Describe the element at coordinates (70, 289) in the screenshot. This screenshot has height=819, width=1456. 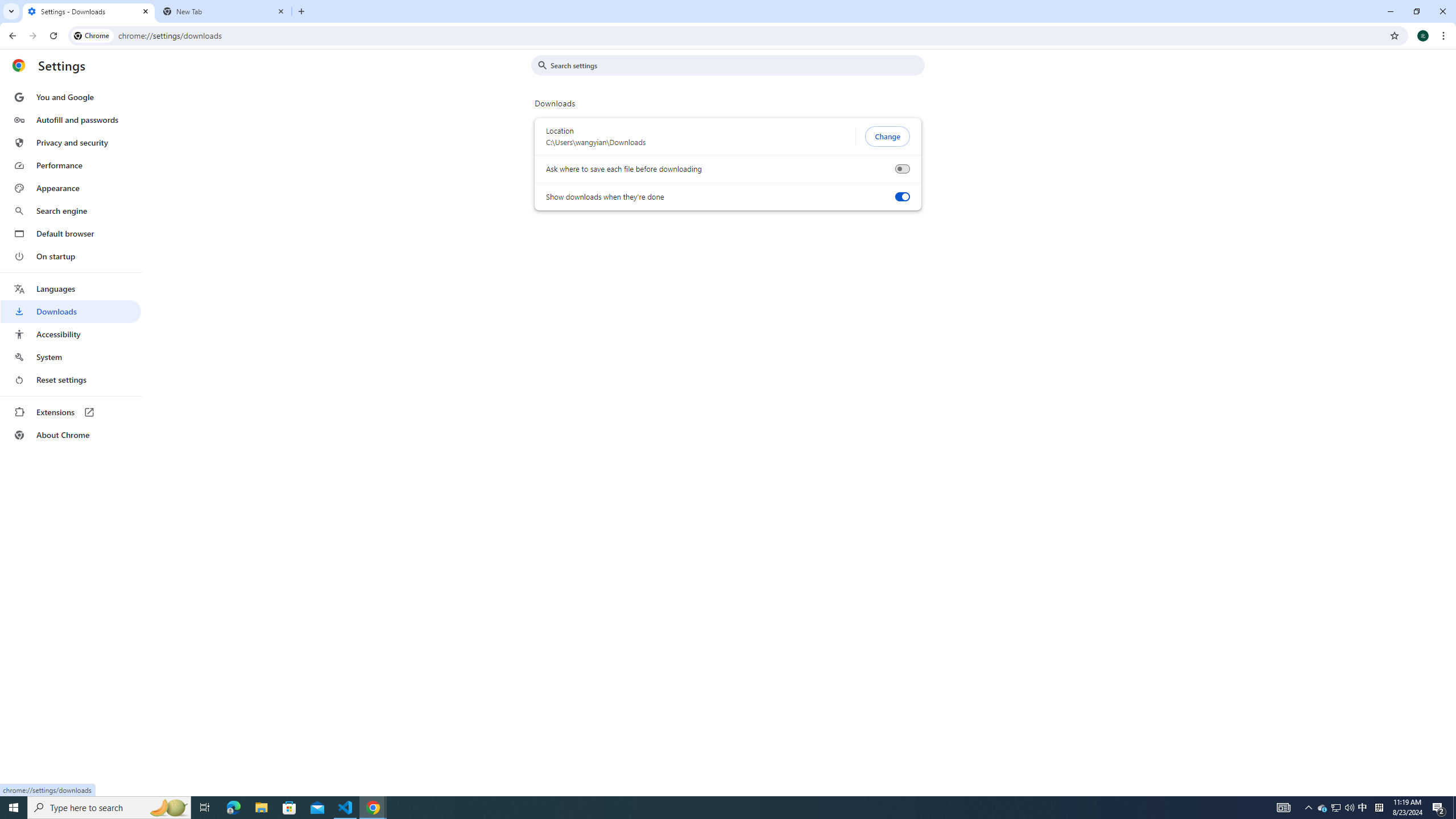
I see `'Languages'` at that location.